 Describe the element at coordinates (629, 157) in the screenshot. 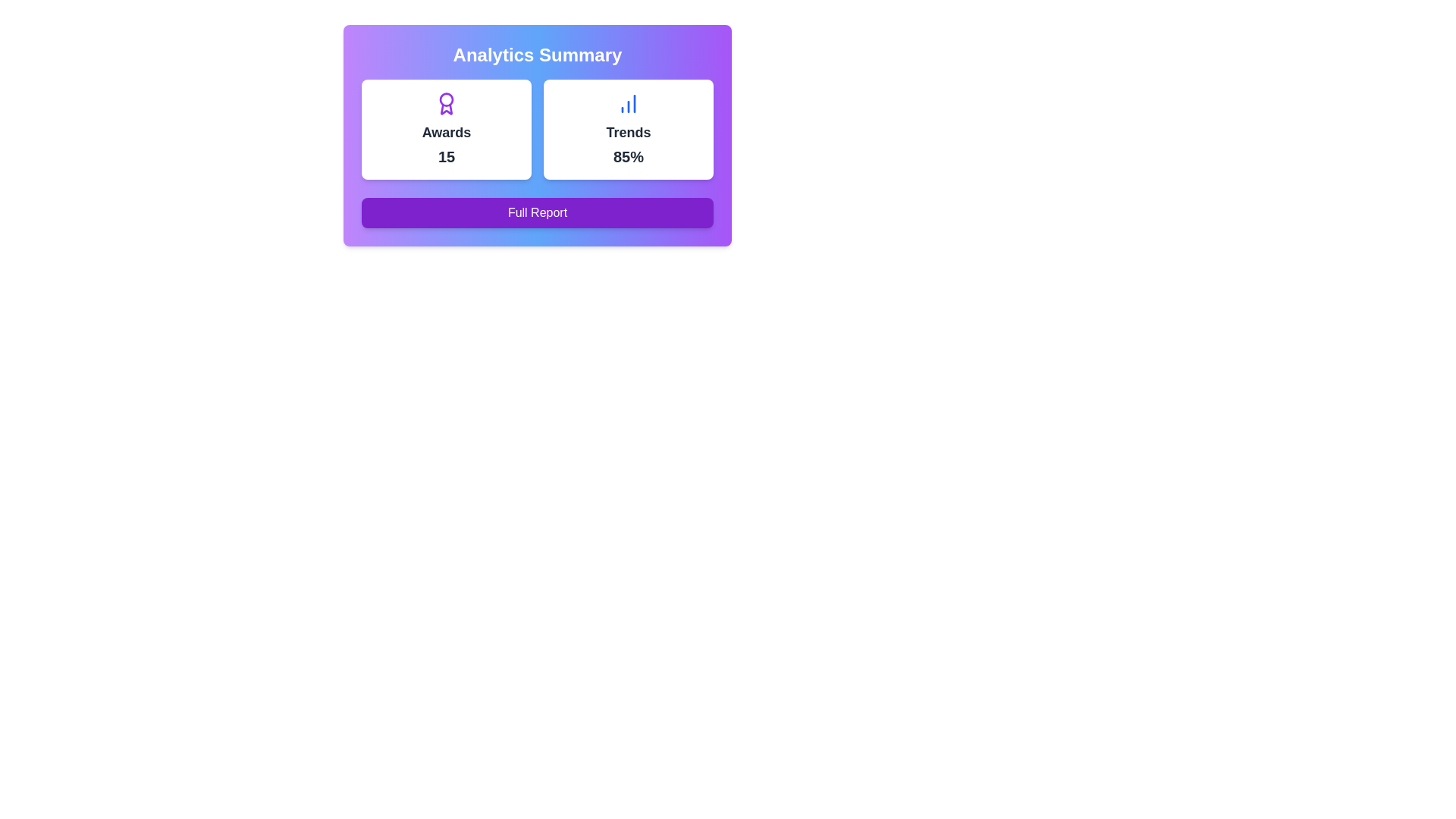

I see `the static text displaying '85%' which is bold and centrally aligned beneath the 'Trends' label in the right-side card of the main interface` at that location.